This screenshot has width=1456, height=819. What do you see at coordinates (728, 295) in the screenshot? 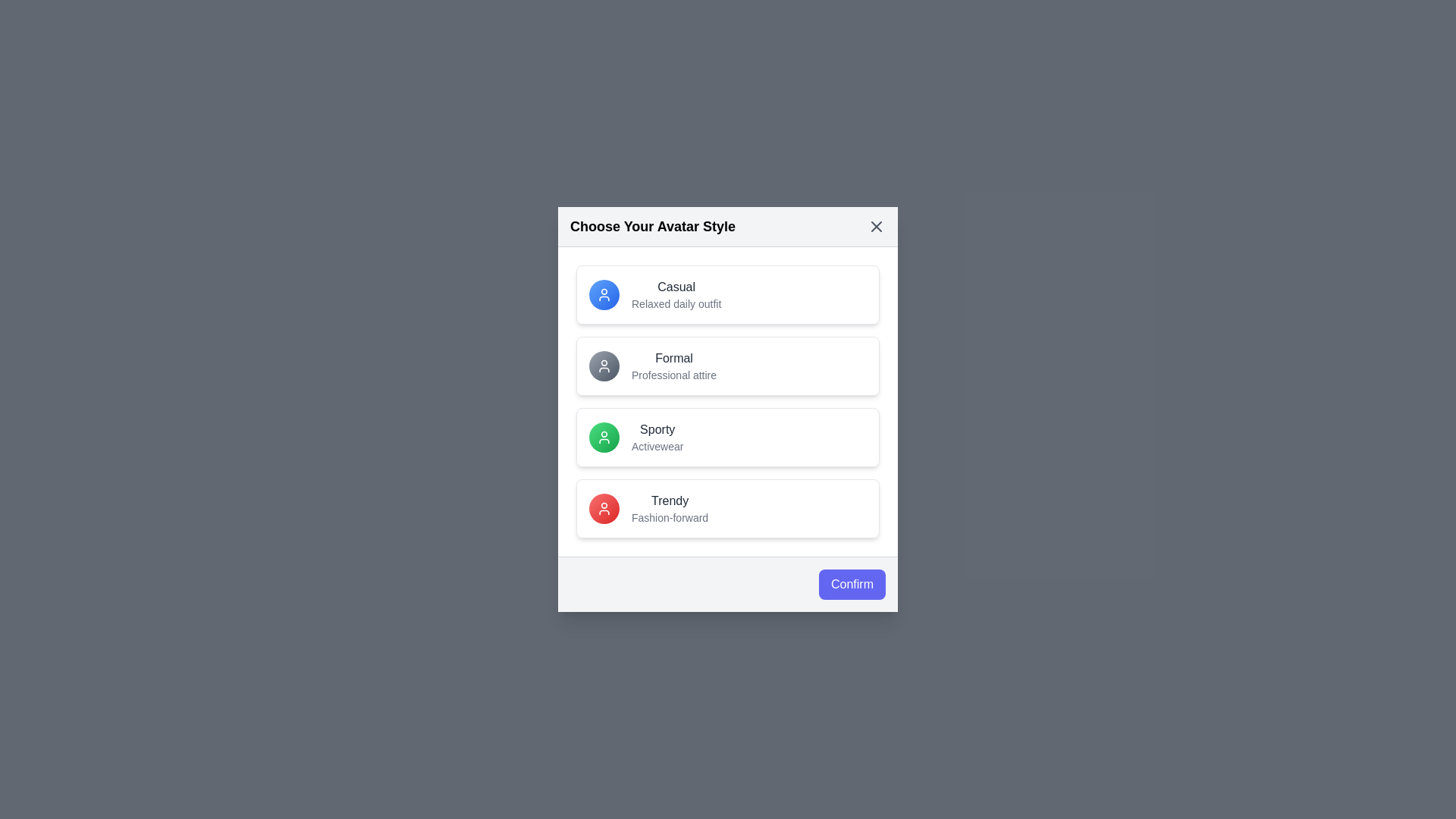
I see `the avatar with style Casual` at bounding box center [728, 295].